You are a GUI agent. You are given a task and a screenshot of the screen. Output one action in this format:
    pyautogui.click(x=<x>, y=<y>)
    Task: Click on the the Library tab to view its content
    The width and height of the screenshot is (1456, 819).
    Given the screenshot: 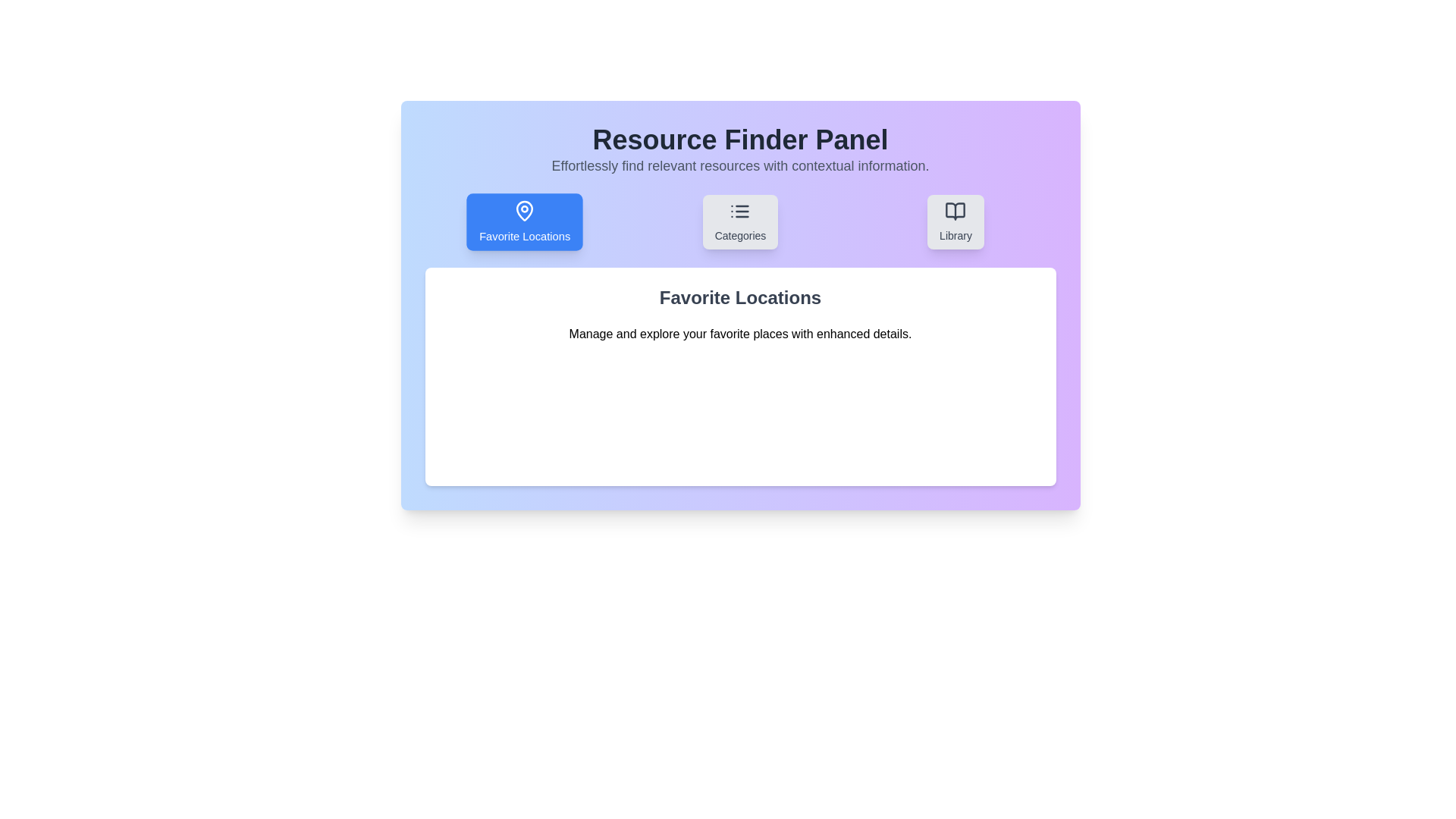 What is the action you would take?
    pyautogui.click(x=955, y=222)
    